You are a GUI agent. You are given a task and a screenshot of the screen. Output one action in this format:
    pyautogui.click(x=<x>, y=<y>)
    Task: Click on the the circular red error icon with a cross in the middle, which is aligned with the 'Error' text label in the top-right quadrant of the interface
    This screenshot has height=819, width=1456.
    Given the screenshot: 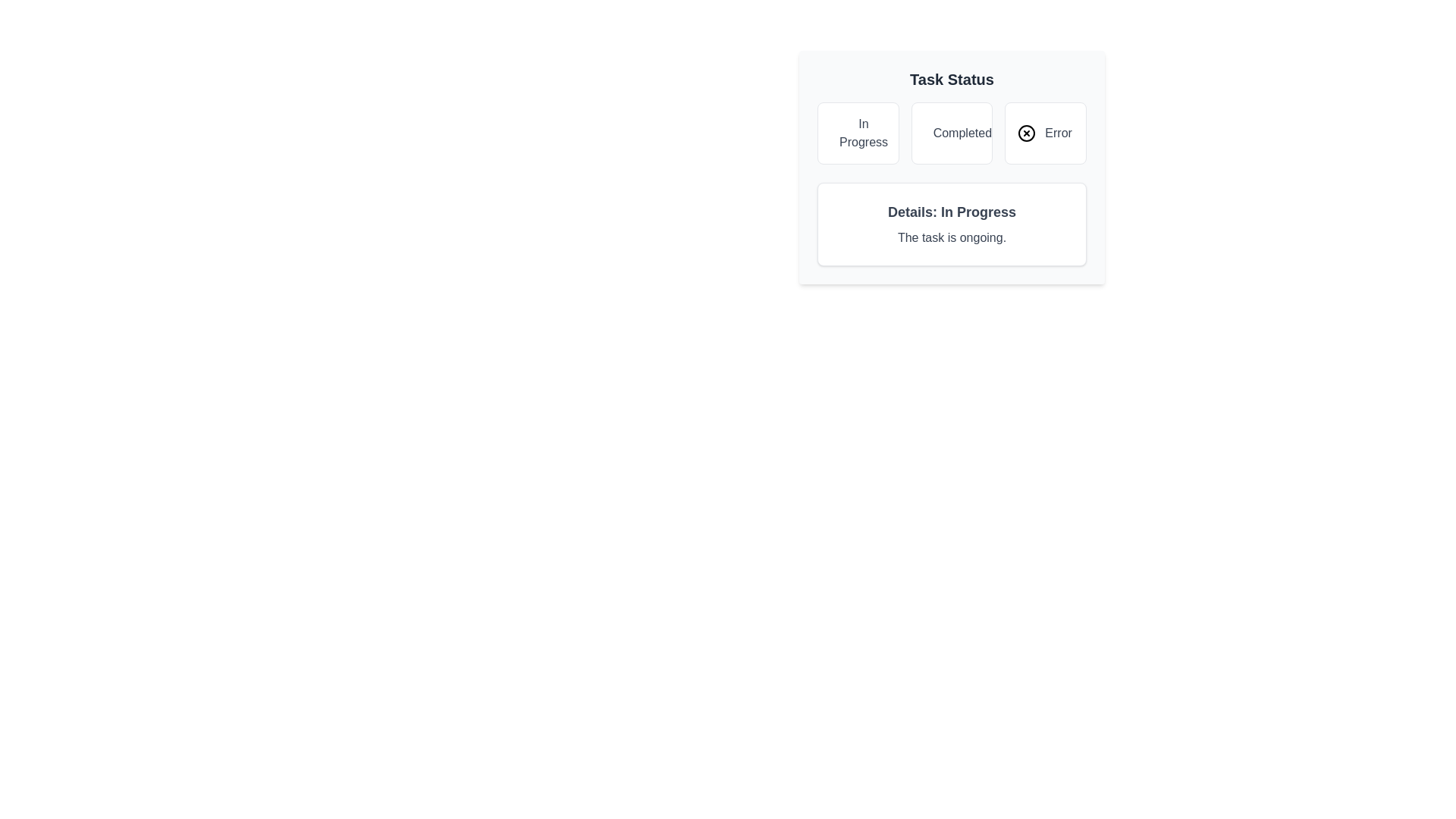 What is the action you would take?
    pyautogui.click(x=1027, y=133)
    